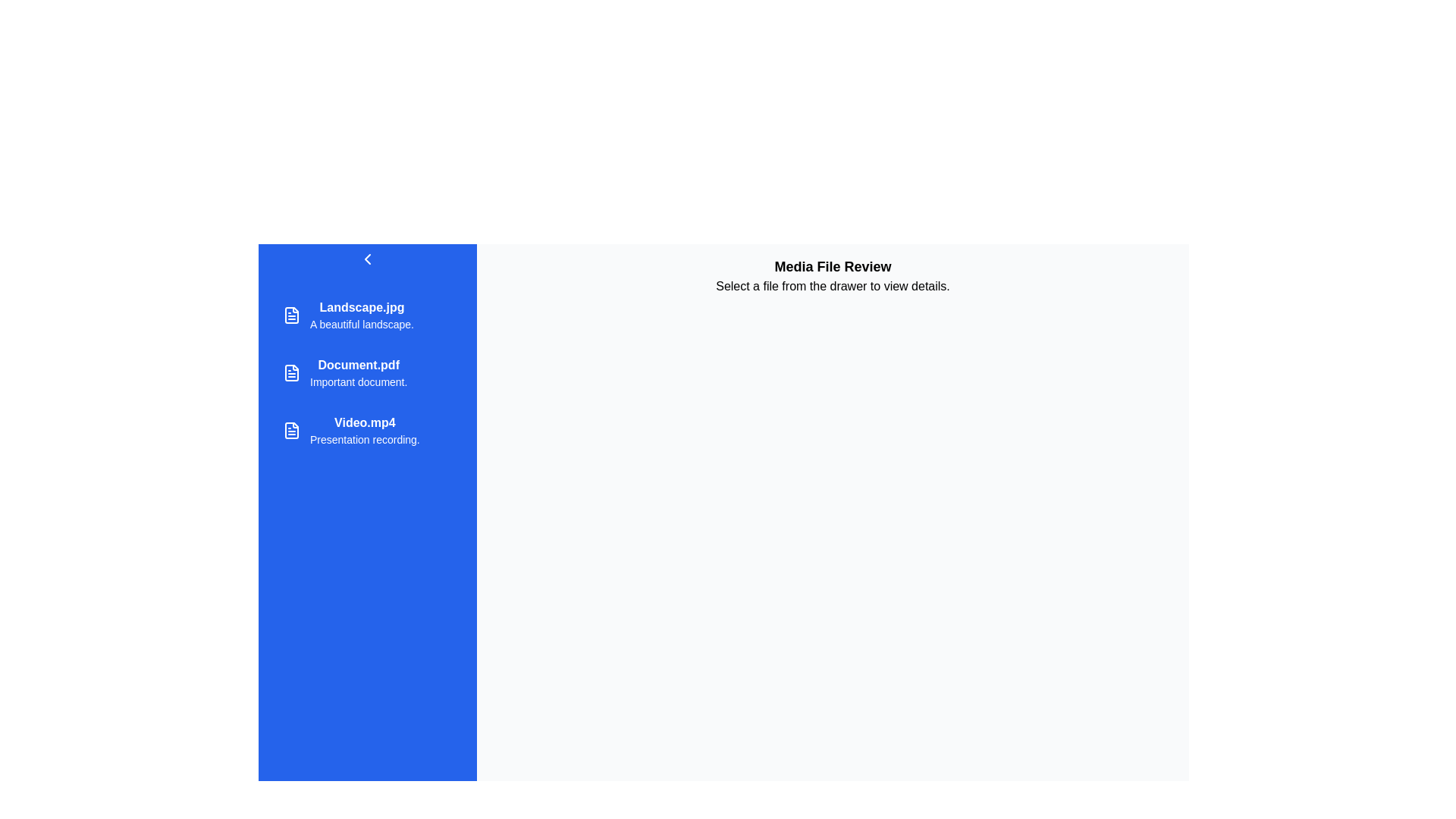 The width and height of the screenshot is (1456, 819). What do you see at coordinates (291, 315) in the screenshot?
I see `the file icon located to the left of the text 'Landscape.jpg' in the first entry of the vertical list in the sidebar` at bounding box center [291, 315].